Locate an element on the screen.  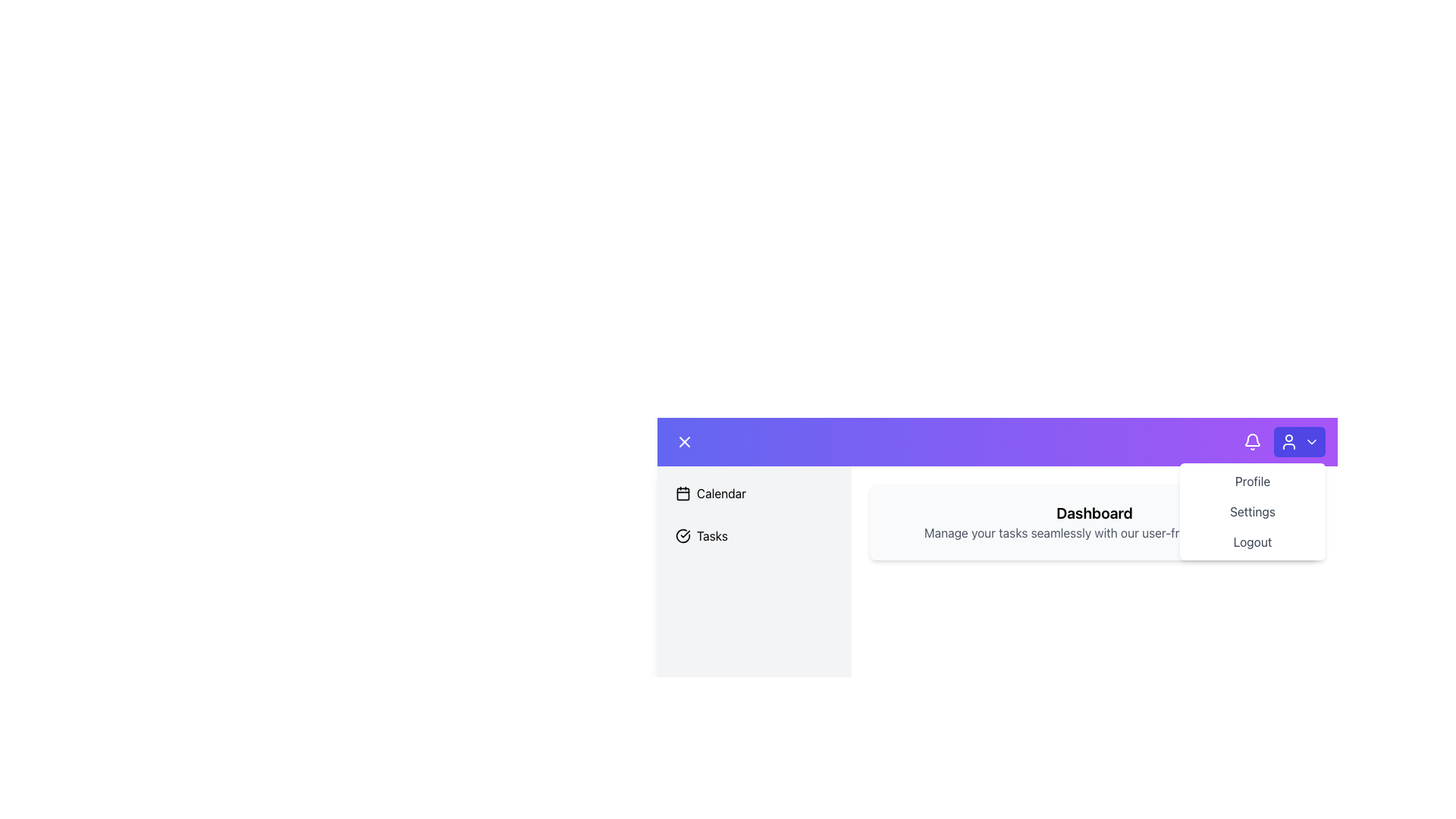
the 'Calendar' item in the vertical list of clickable menu items is located at coordinates (754, 513).